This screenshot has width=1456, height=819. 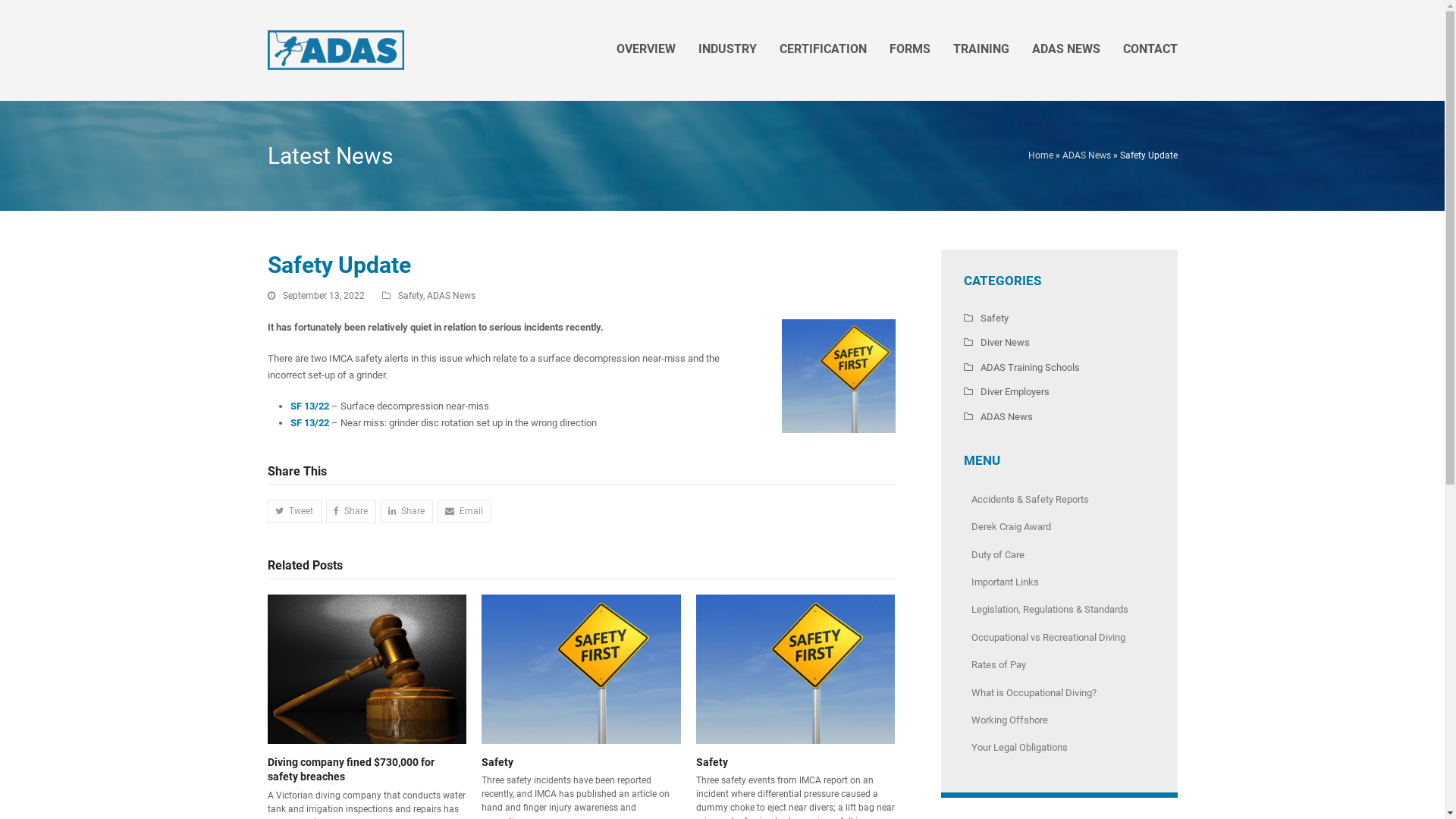 I want to click on 'Share', so click(x=406, y=511).